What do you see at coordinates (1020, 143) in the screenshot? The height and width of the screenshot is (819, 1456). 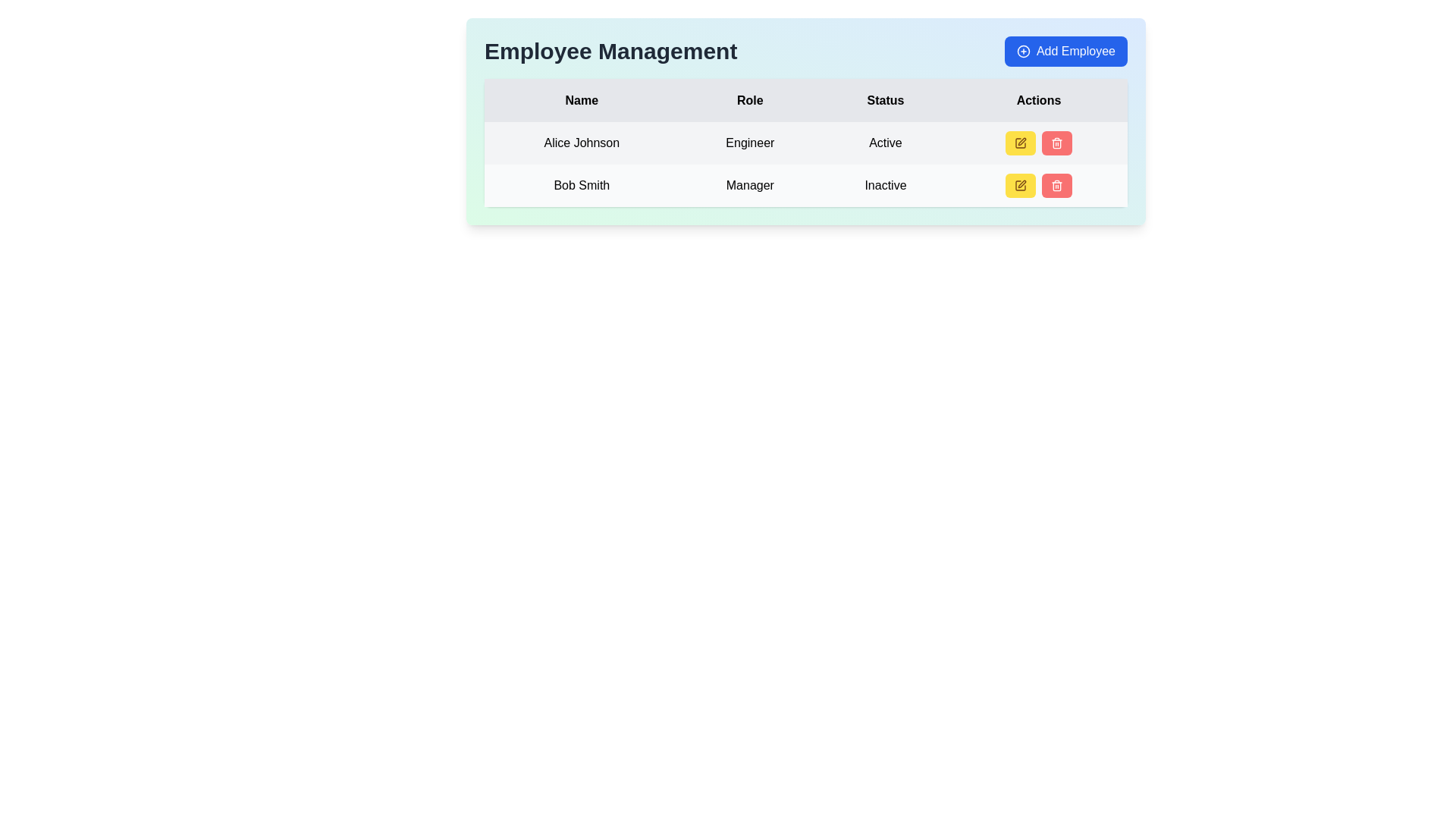 I see `the edit button located in the 'Actions' column of the table, specifically in the first row` at bounding box center [1020, 143].